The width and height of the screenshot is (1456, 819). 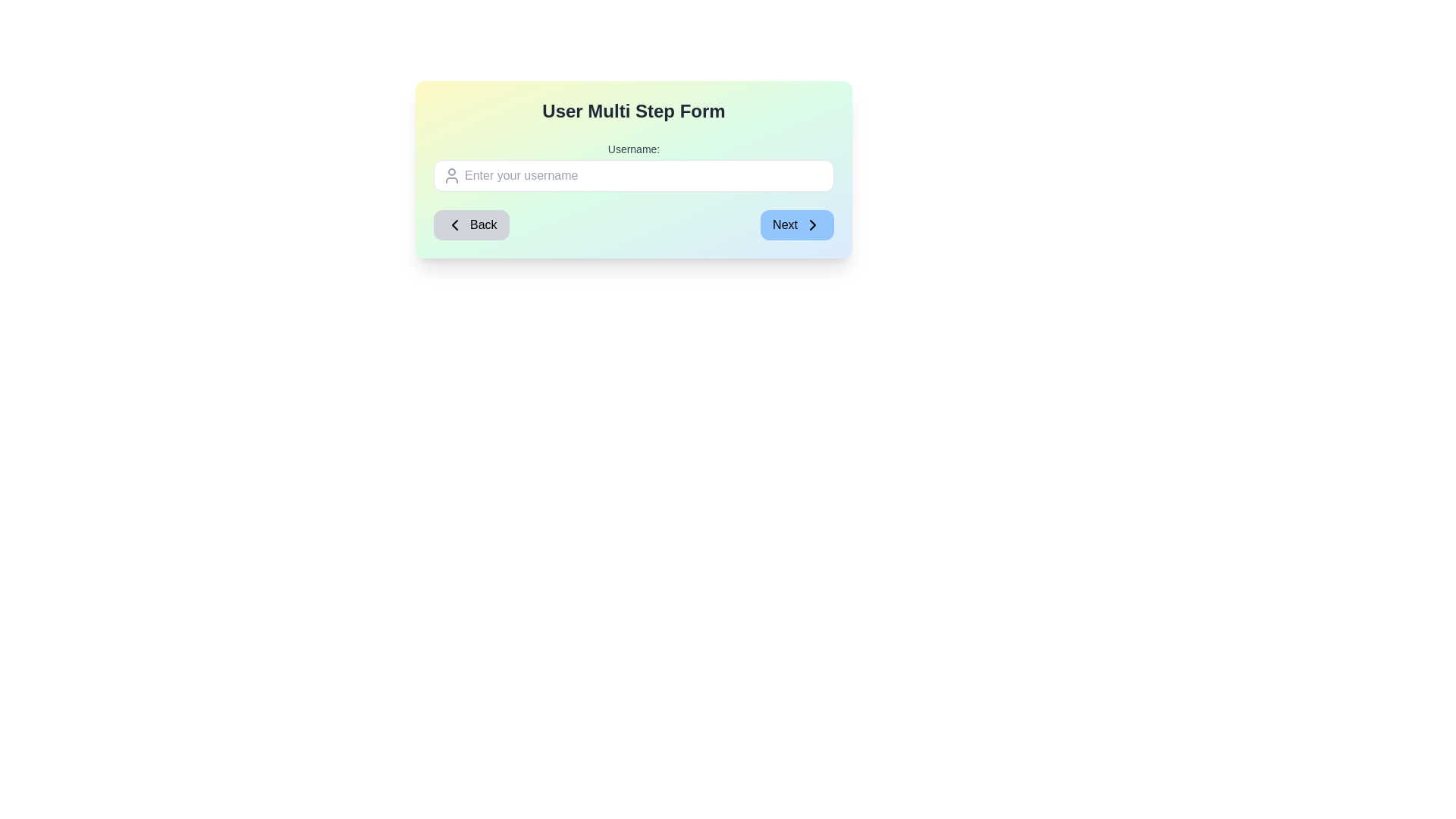 What do you see at coordinates (450, 174) in the screenshot?
I see `the user avatar icon, which is positioned to the left within the username input field of the 'User Multi Step Form'` at bounding box center [450, 174].